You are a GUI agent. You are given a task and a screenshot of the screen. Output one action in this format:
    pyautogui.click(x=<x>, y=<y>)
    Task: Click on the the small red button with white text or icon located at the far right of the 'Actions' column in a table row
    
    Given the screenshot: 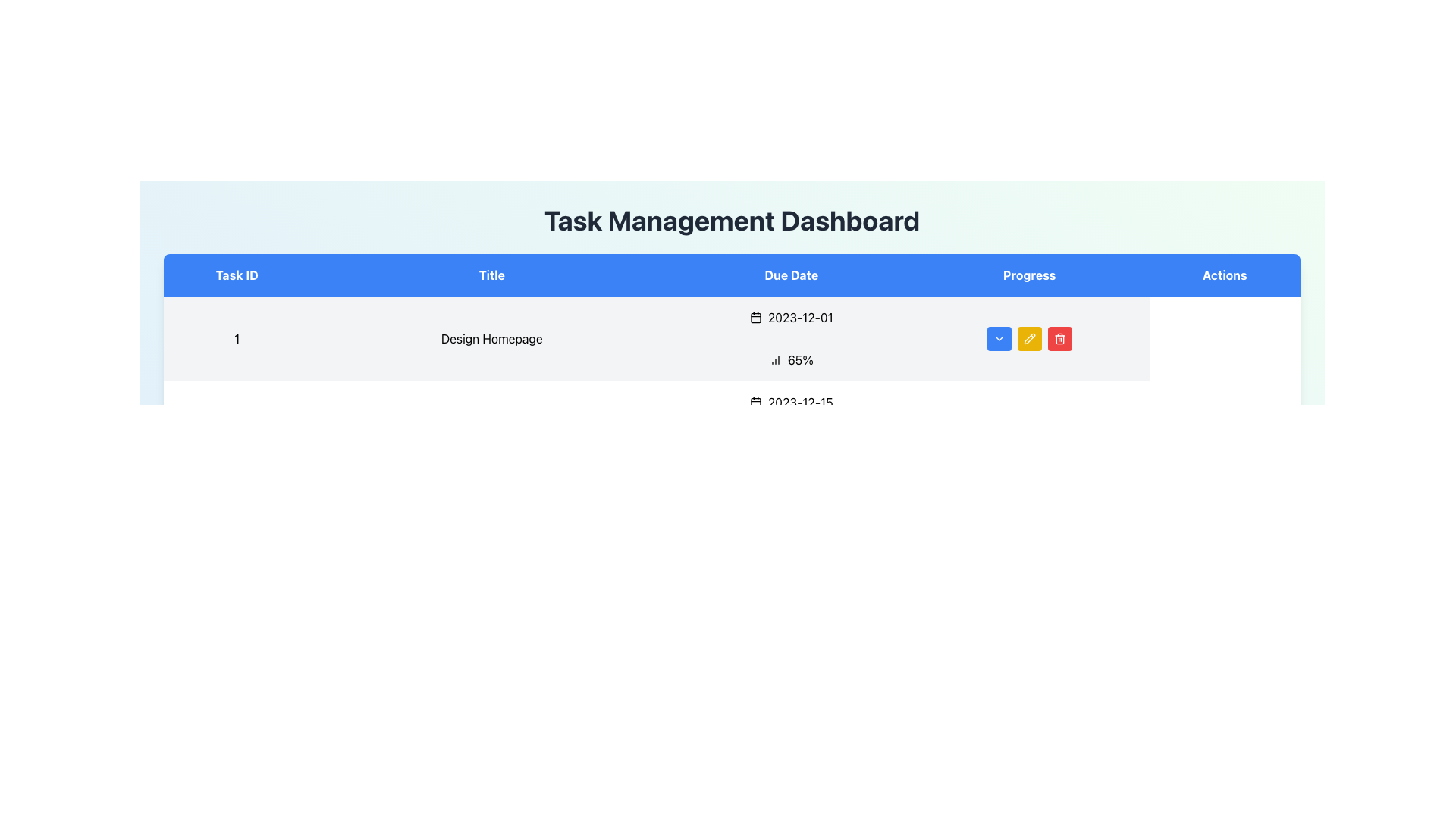 What is the action you would take?
    pyautogui.click(x=1059, y=338)
    